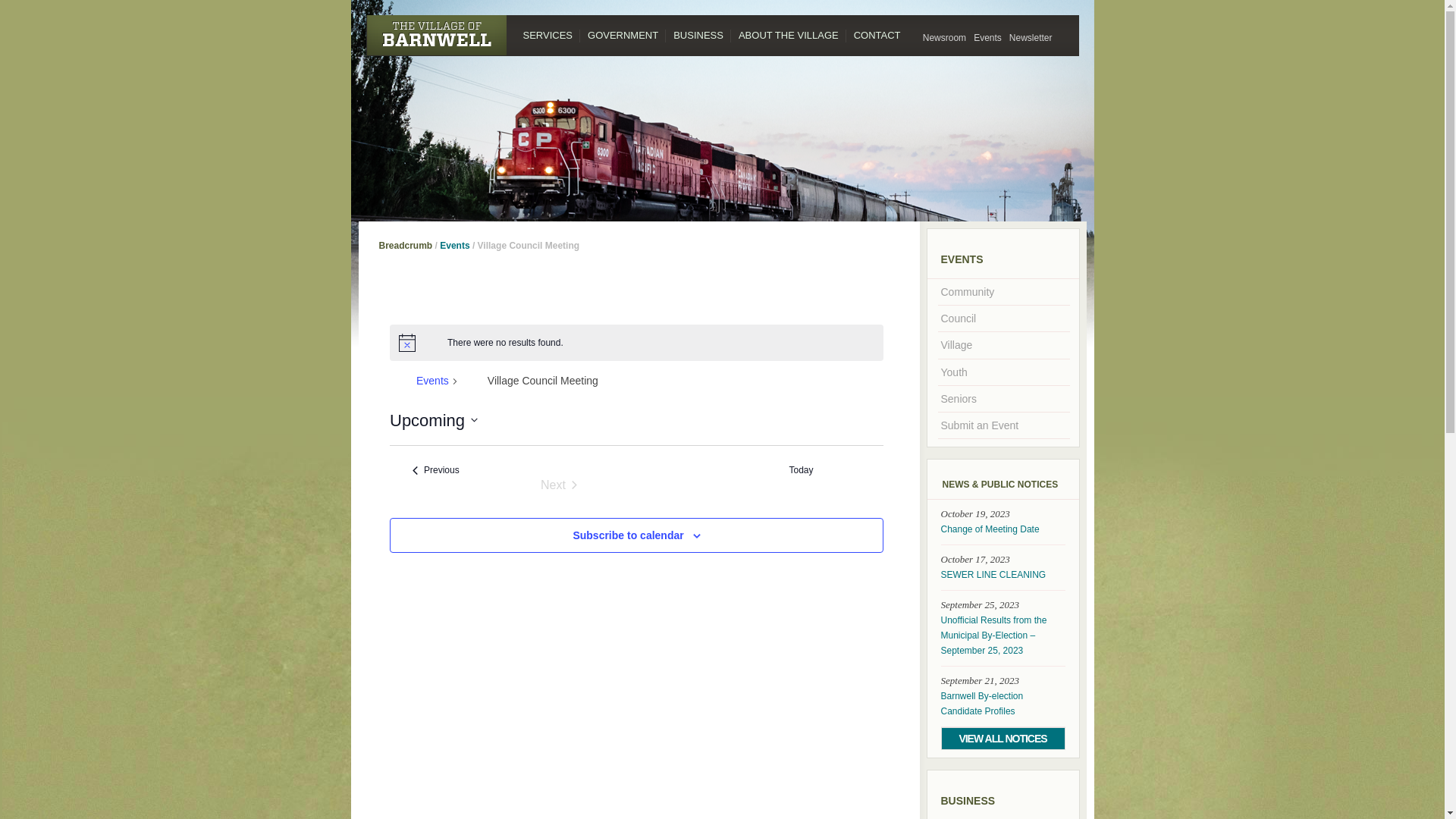 The width and height of the screenshot is (1456, 819). What do you see at coordinates (877, 34) in the screenshot?
I see `'CONTACT'` at bounding box center [877, 34].